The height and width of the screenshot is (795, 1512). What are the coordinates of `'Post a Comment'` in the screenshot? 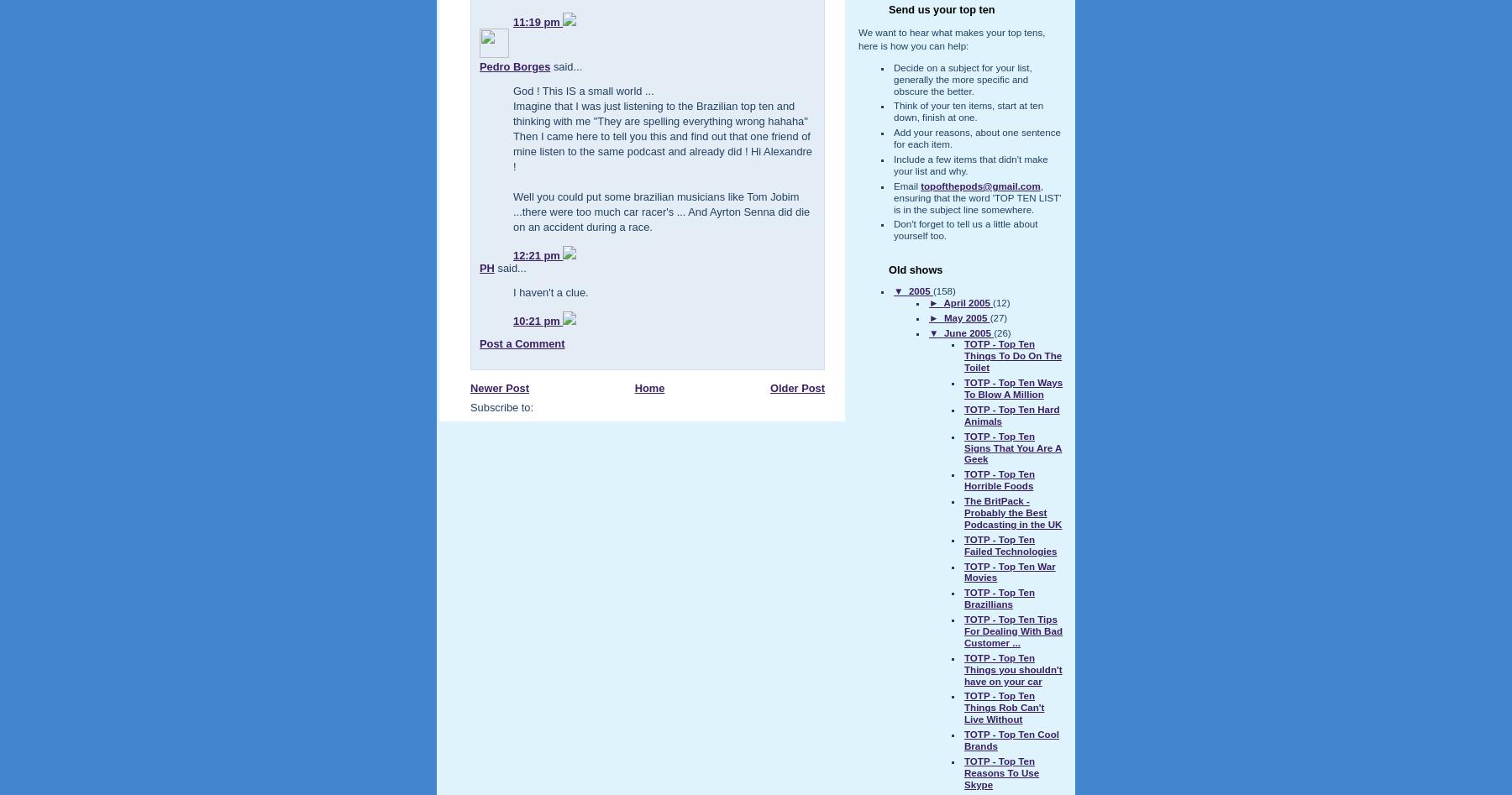 It's located at (522, 343).